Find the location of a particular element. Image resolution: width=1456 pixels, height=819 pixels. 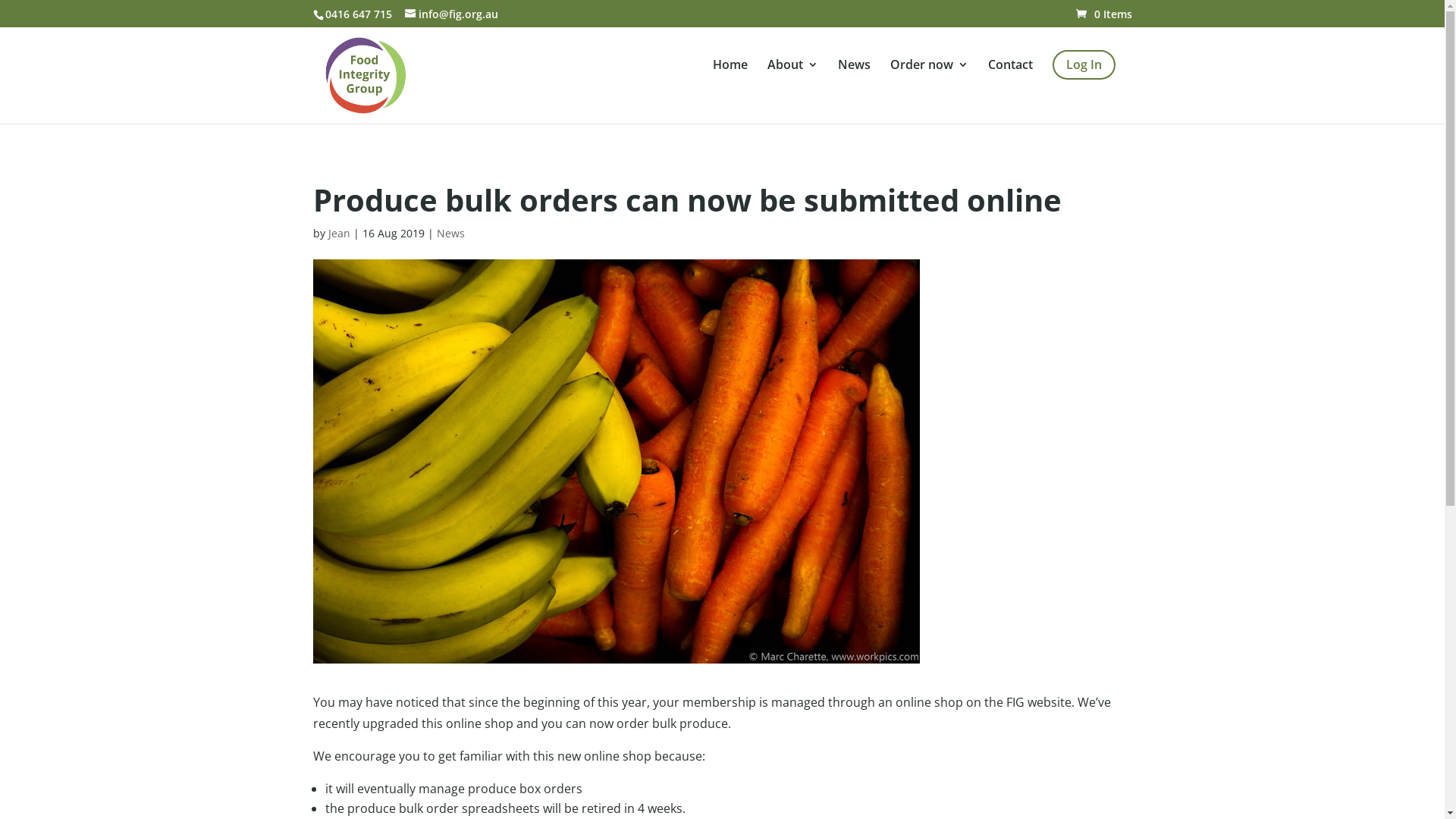

'Log In' is located at coordinates (1083, 64).